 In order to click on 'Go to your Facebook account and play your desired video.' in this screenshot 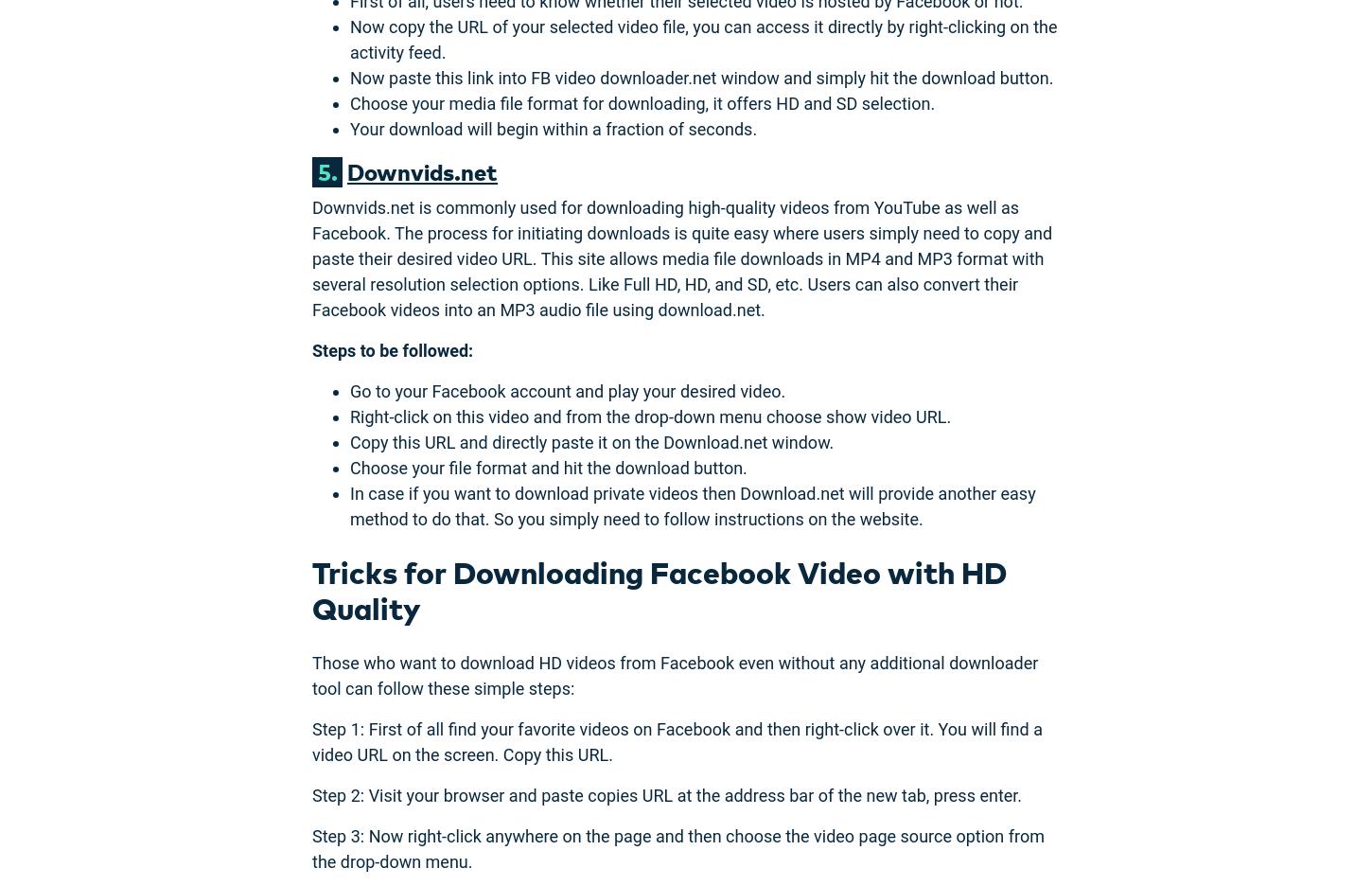, I will do `click(568, 389)`.